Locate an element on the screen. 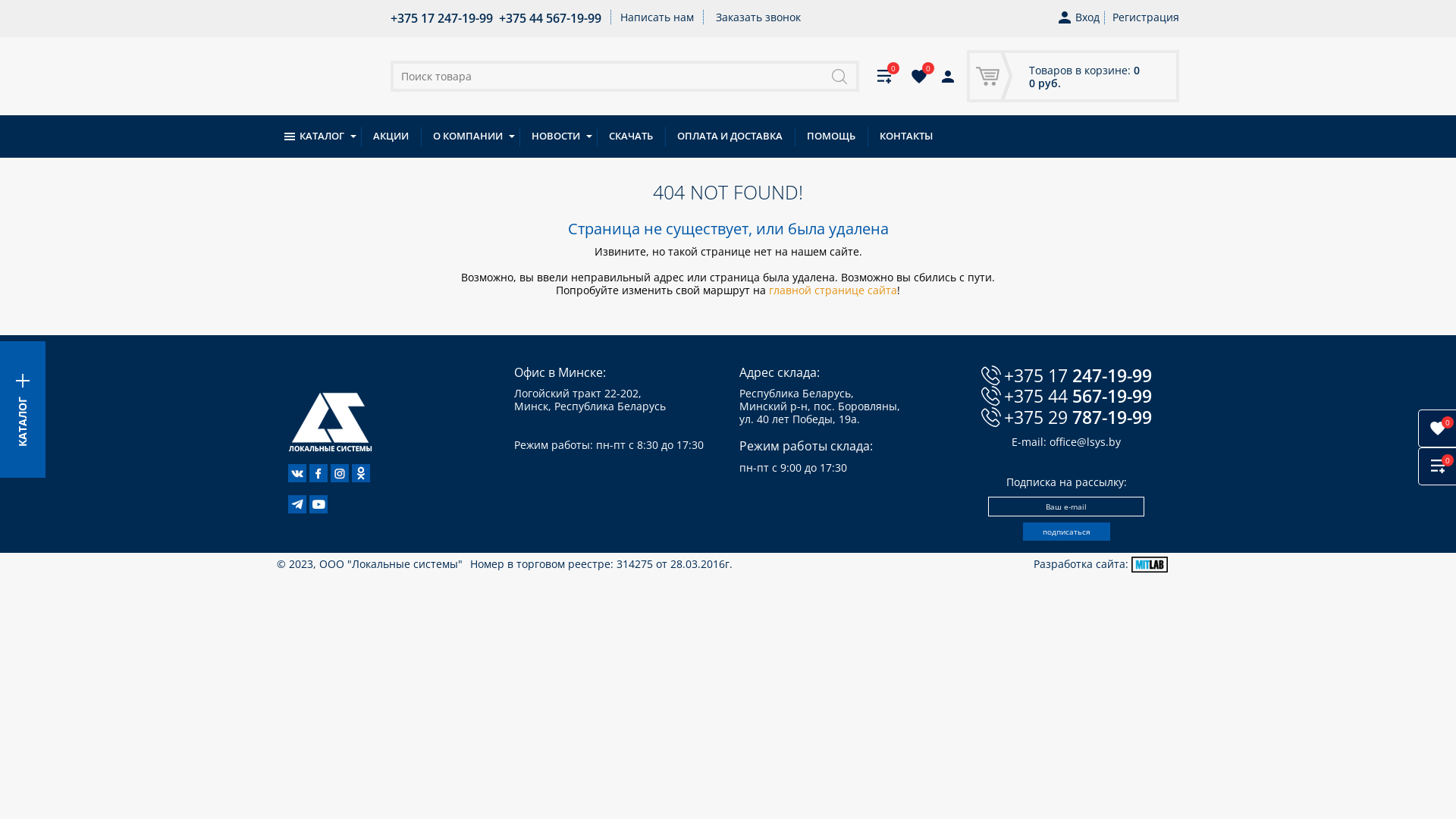  '+375 29 787-19-99' is located at coordinates (1065, 417).